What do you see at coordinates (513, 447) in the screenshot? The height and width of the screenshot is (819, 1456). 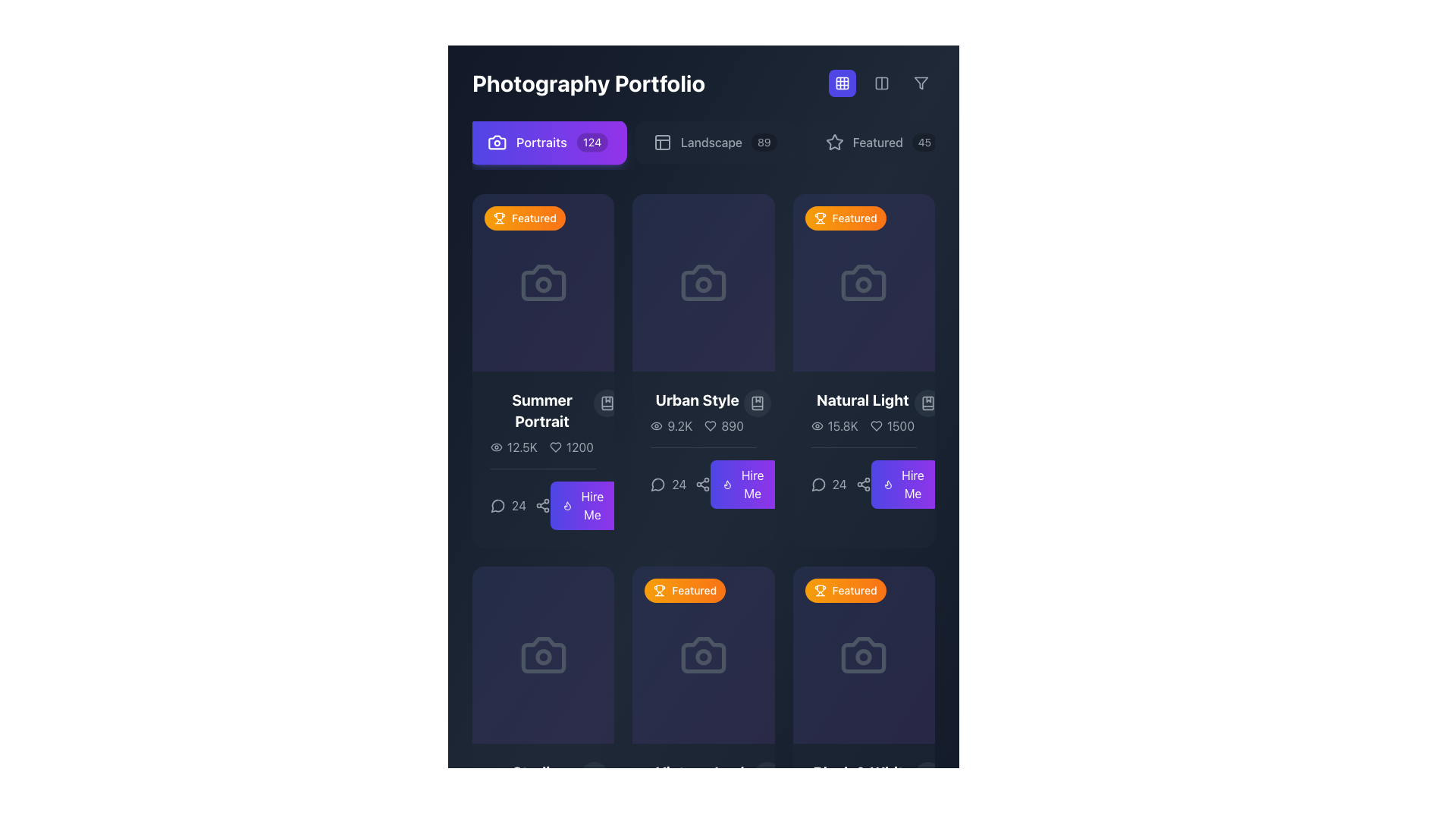 I see `the view count label '12.5K' next to the eye icon in the bottom part of the first card labeled 'Summer Portrait' to associate the view count with the corresponding card` at bounding box center [513, 447].